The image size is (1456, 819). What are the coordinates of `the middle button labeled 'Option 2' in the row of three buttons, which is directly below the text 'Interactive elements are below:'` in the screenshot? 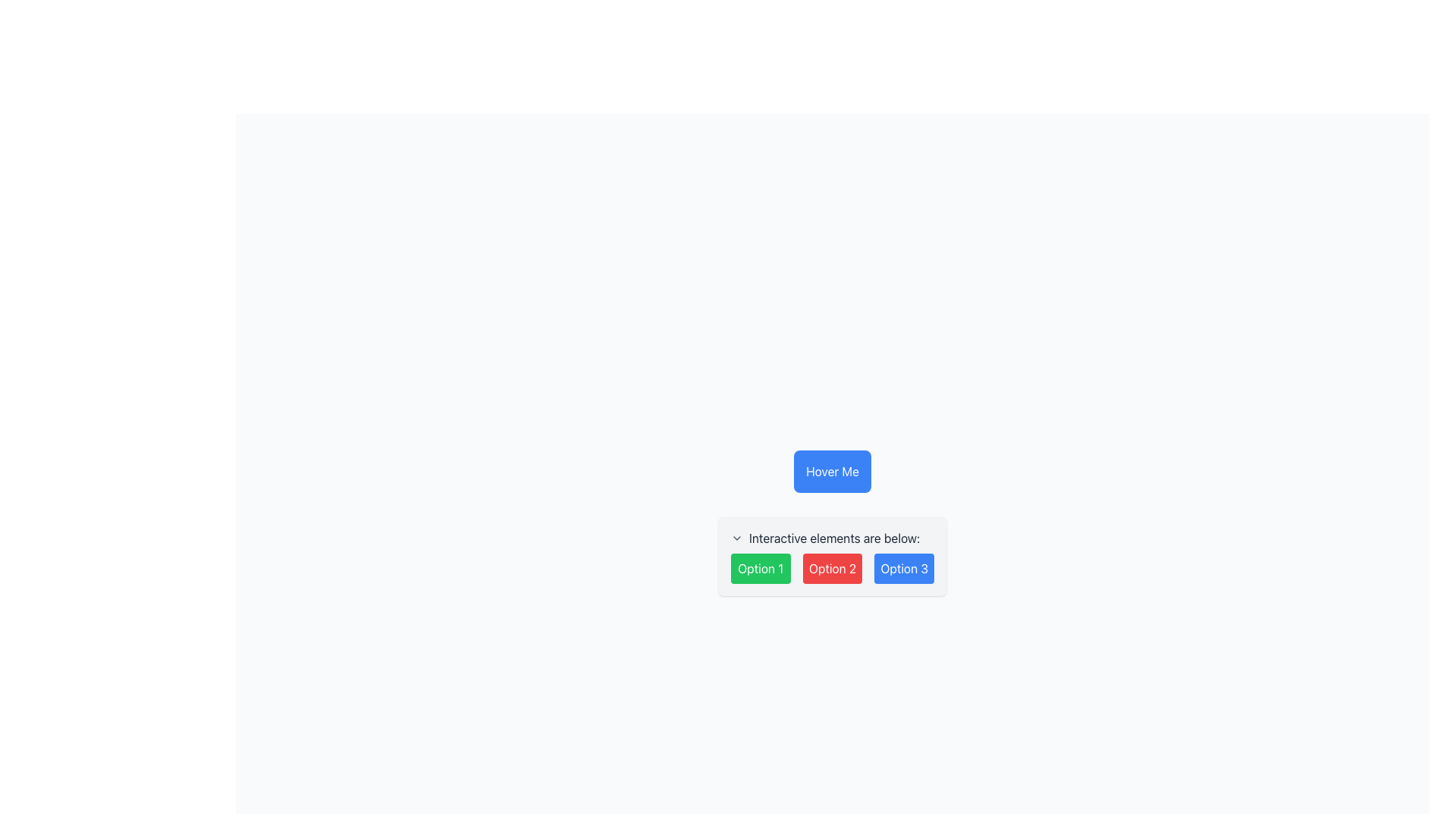 It's located at (832, 568).